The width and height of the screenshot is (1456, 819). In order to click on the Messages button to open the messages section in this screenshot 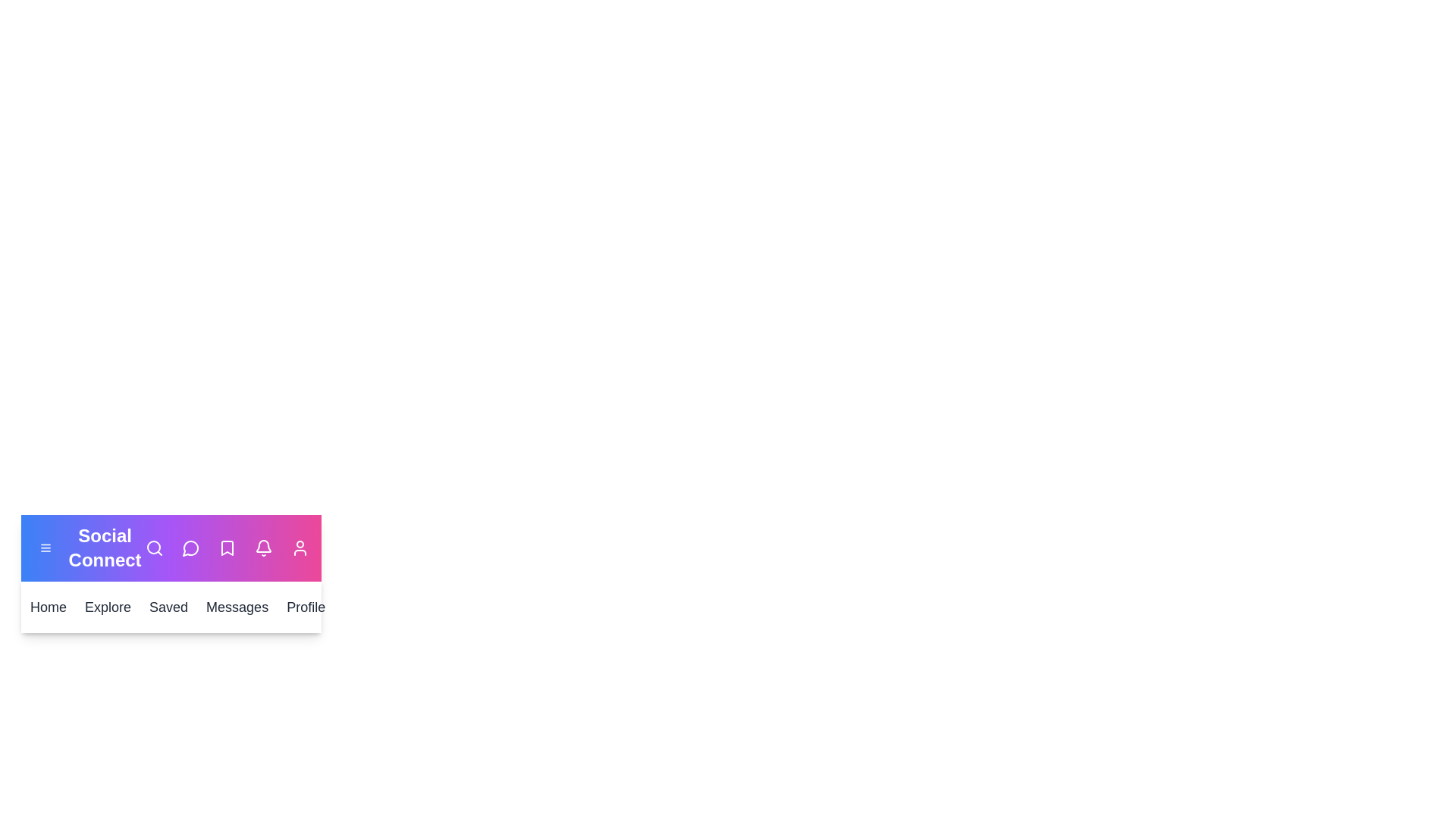, I will do `click(236, 607)`.